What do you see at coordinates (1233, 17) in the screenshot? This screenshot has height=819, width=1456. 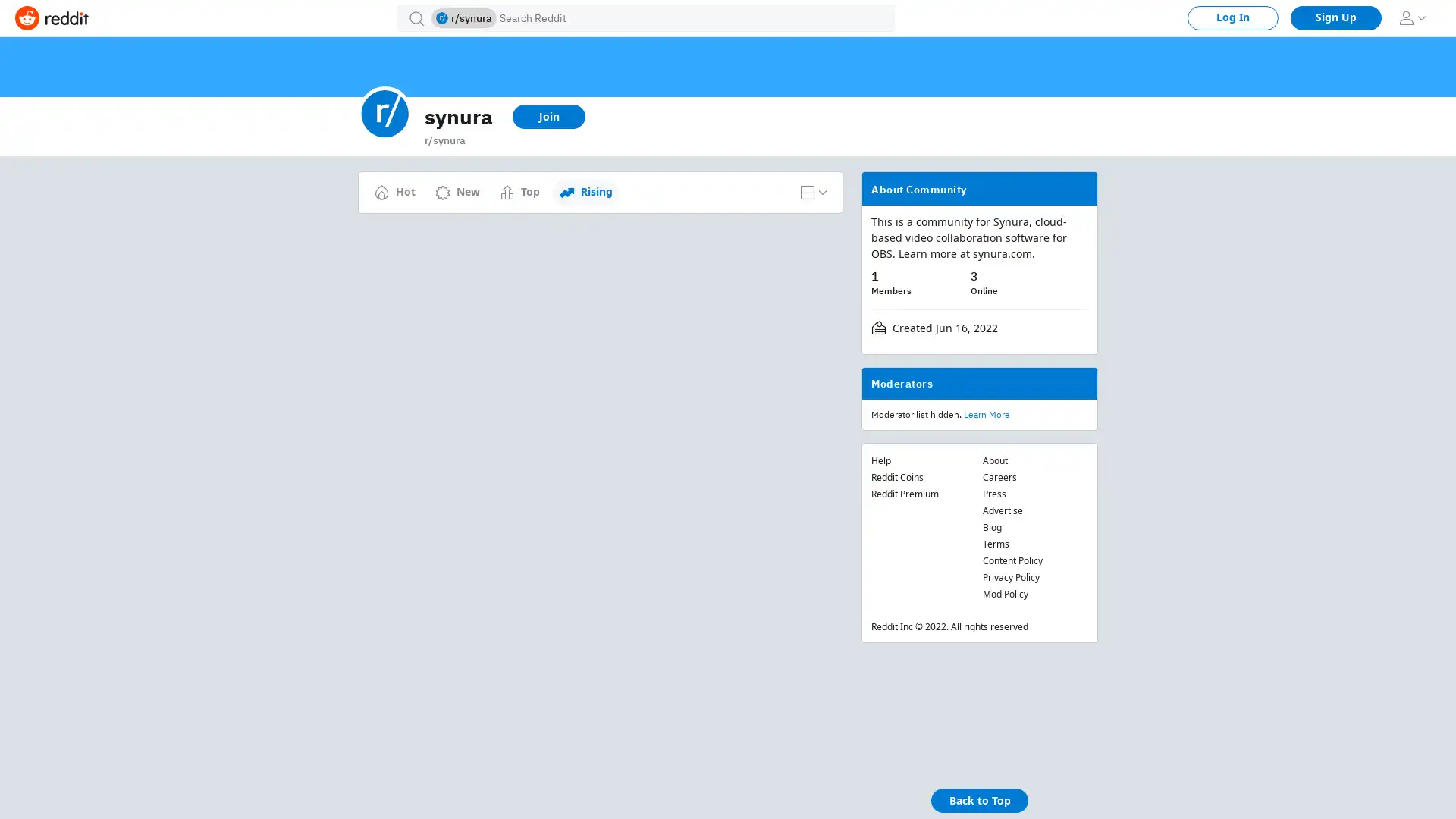 I see `Log In` at bounding box center [1233, 17].